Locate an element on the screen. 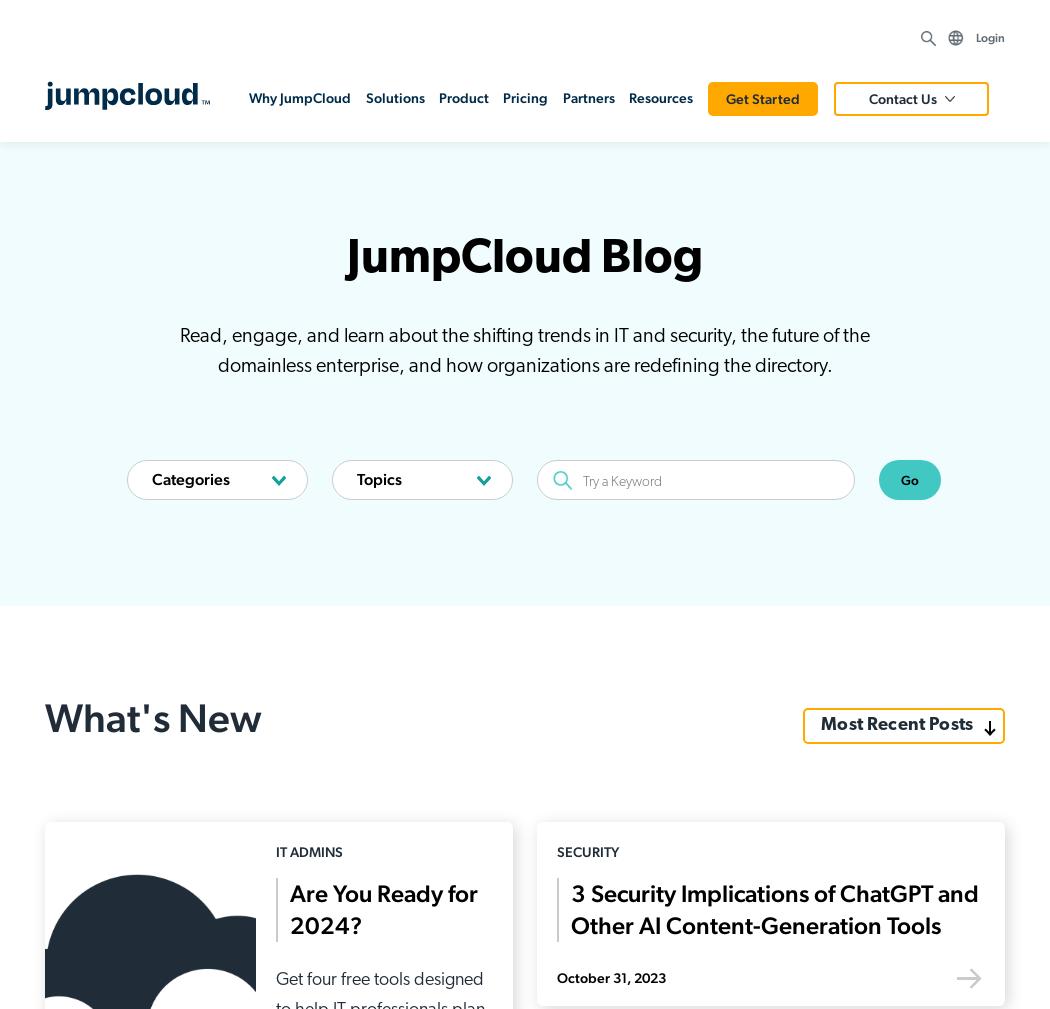  'Listen Now' is located at coordinates (877, 459).